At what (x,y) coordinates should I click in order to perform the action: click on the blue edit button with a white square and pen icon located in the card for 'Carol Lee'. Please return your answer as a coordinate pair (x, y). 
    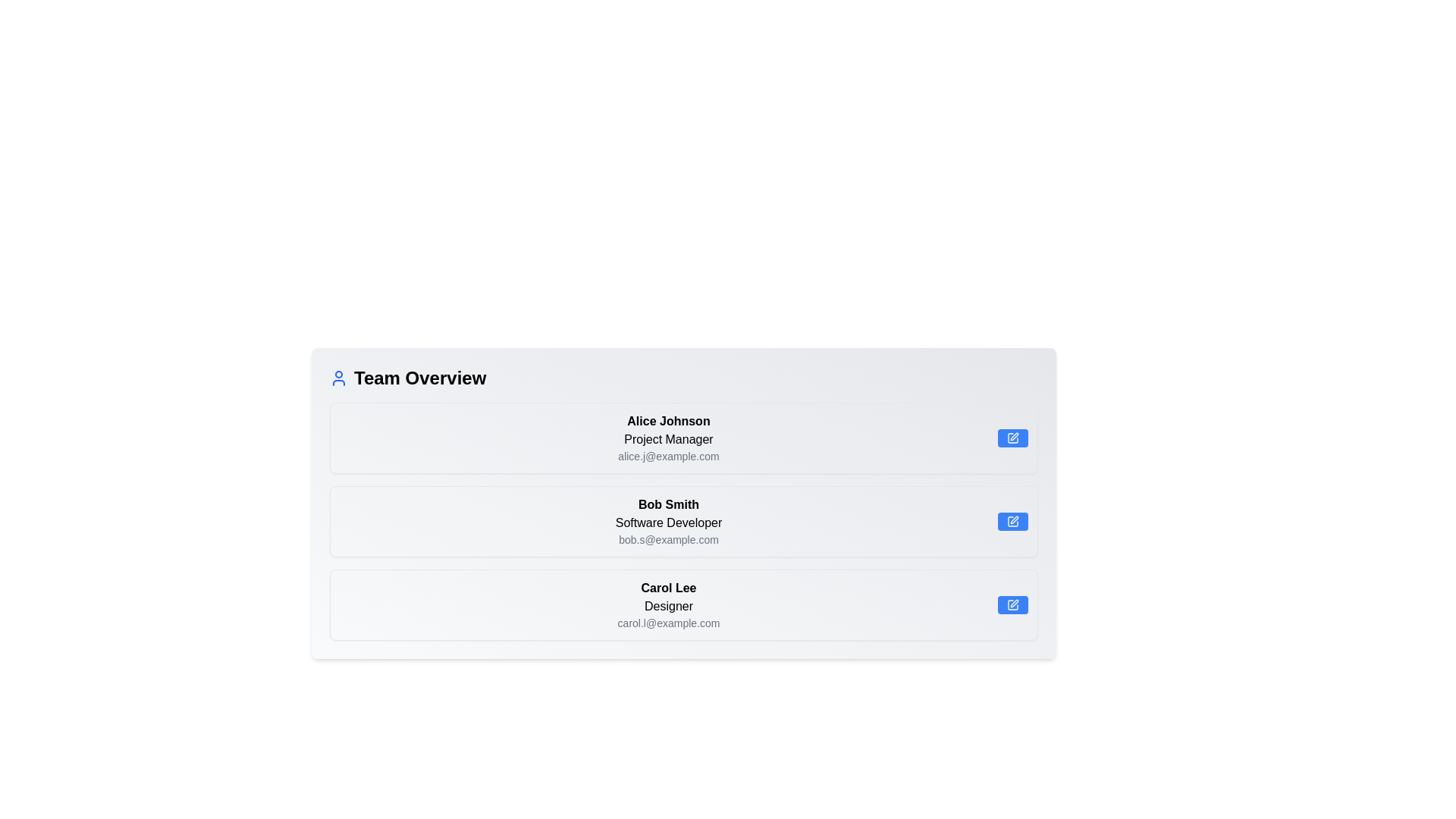
    Looking at the image, I should click on (1012, 604).